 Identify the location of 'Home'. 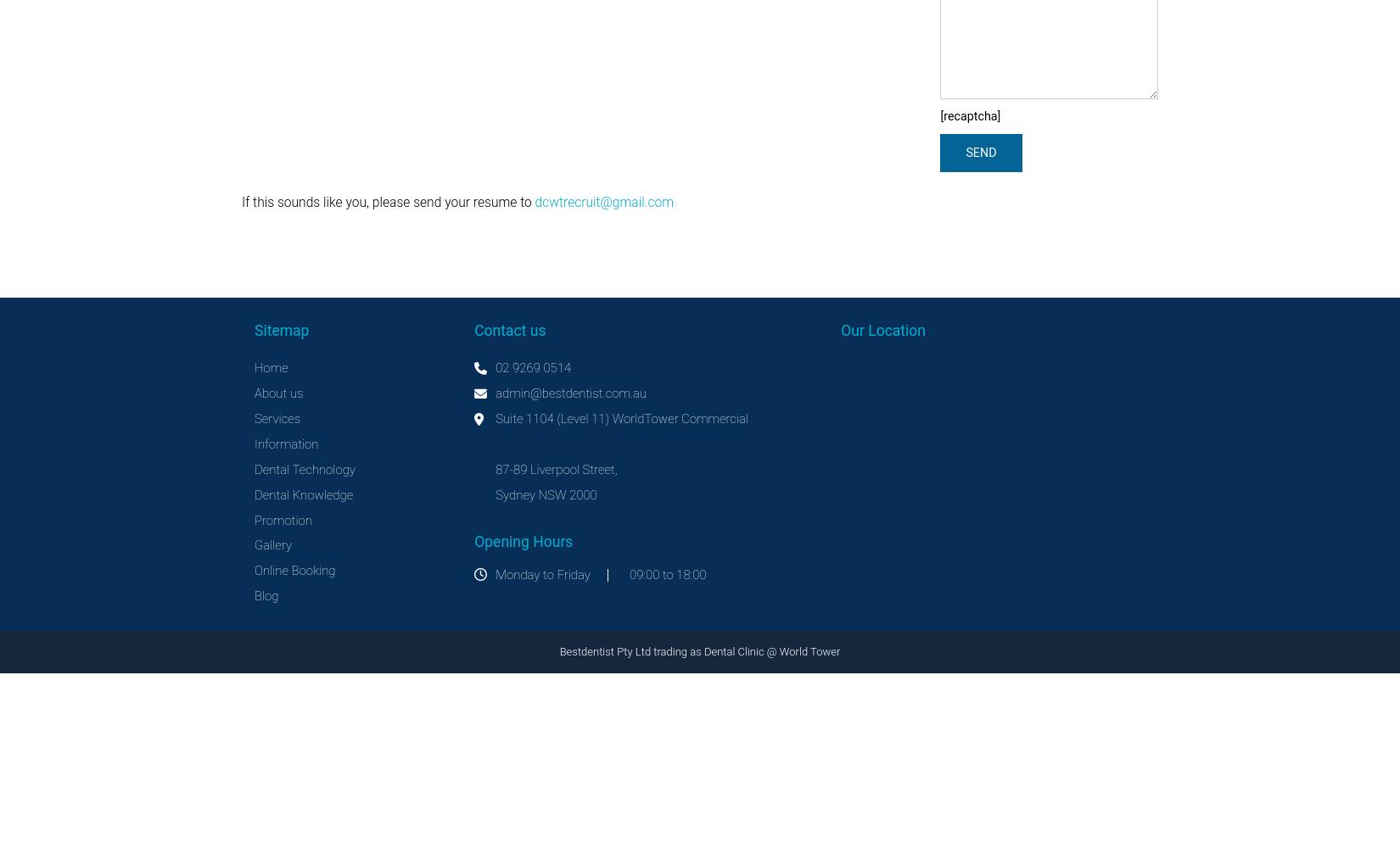
(271, 368).